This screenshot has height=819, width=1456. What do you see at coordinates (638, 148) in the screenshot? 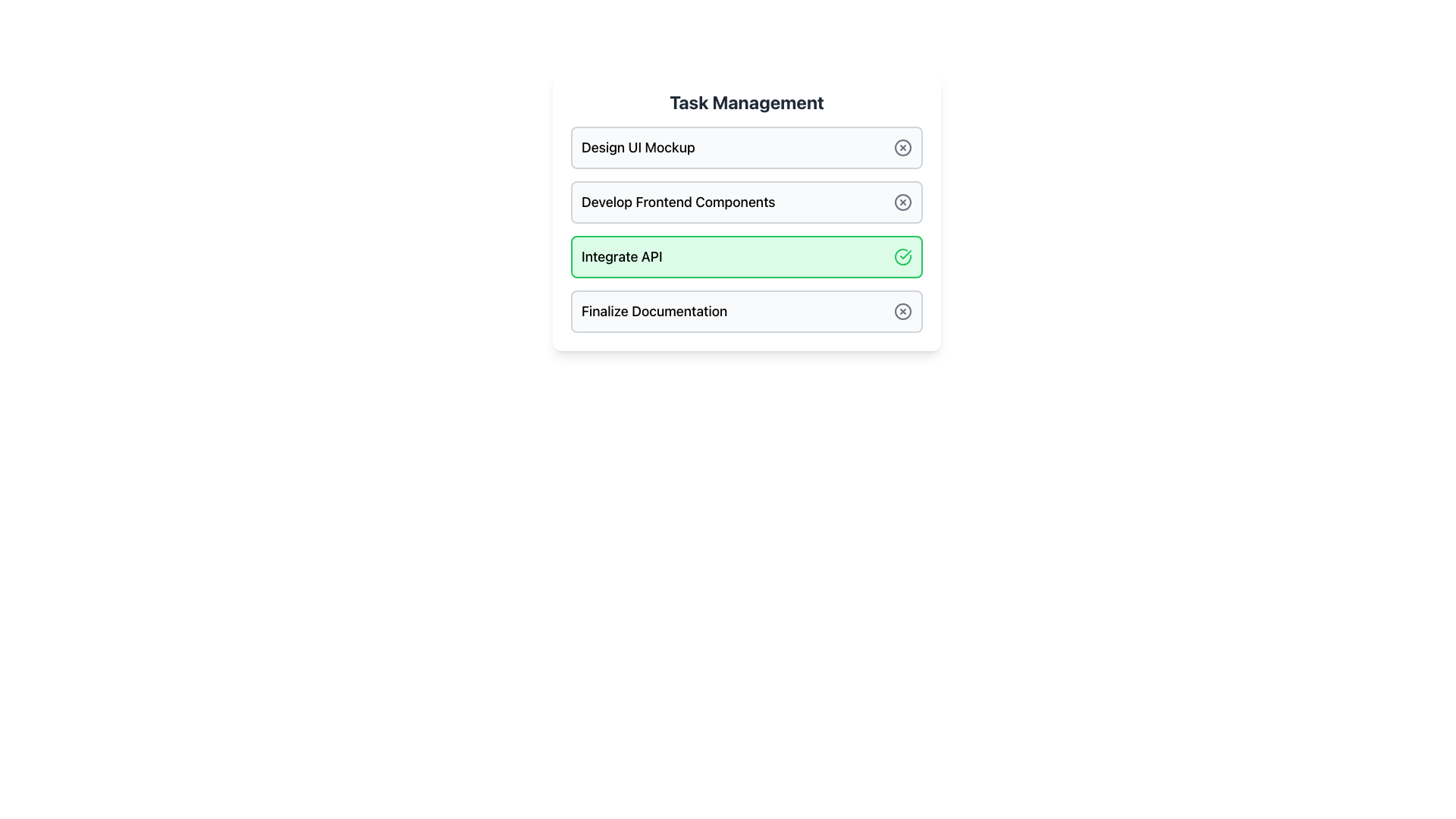
I see `the text label that identifies the task name 'Design UI Mockup' located in the first task row of the task management interface` at bounding box center [638, 148].